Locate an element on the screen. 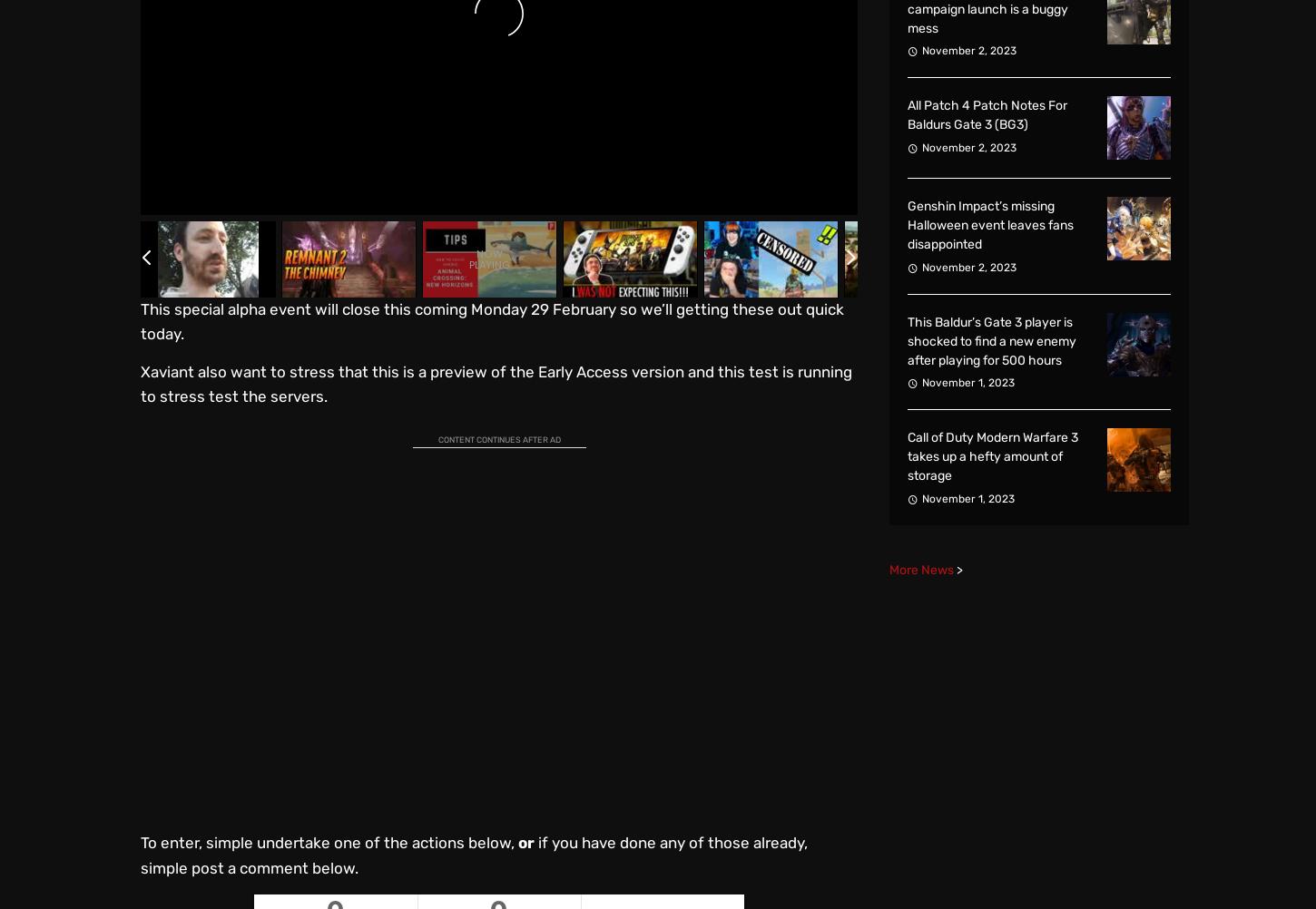  'All Patch 4 Patch Notes For Baldurs Gate 3 (BG3)' is located at coordinates (987, 113).